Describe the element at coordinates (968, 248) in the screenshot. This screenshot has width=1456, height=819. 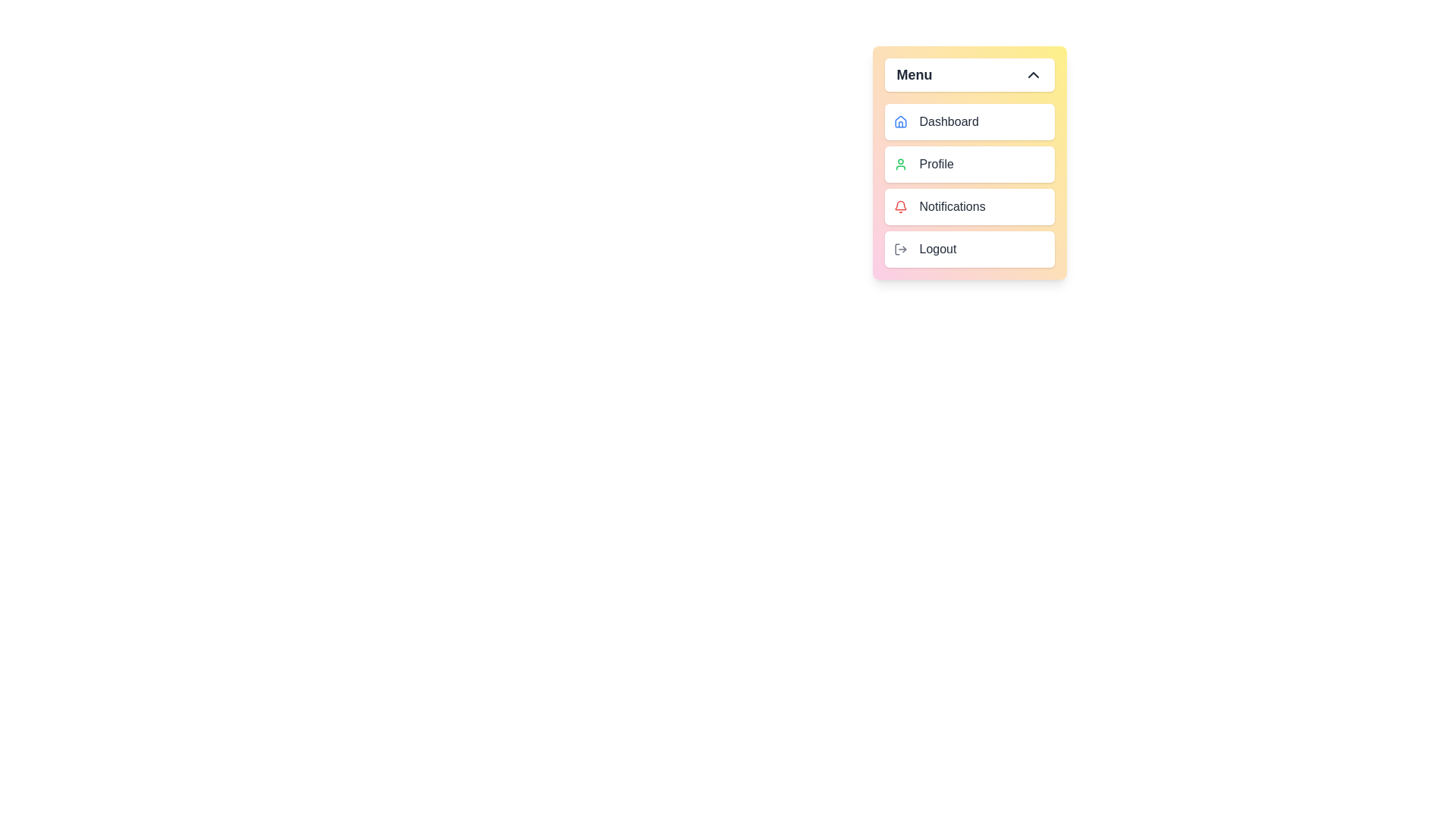
I see `the menu item Logout to preview its action` at that location.